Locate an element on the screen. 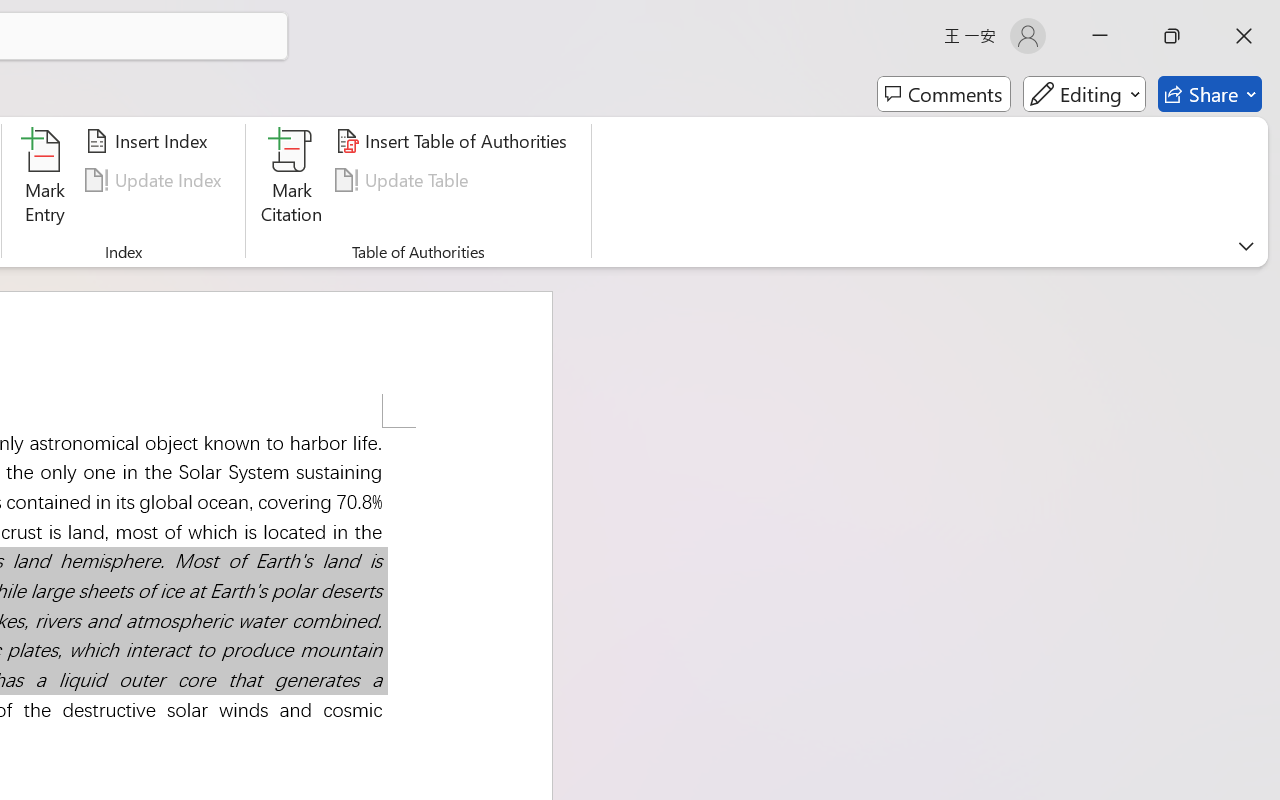 The height and width of the screenshot is (800, 1280). 'Mark Citation...' is located at coordinates (291, 179).